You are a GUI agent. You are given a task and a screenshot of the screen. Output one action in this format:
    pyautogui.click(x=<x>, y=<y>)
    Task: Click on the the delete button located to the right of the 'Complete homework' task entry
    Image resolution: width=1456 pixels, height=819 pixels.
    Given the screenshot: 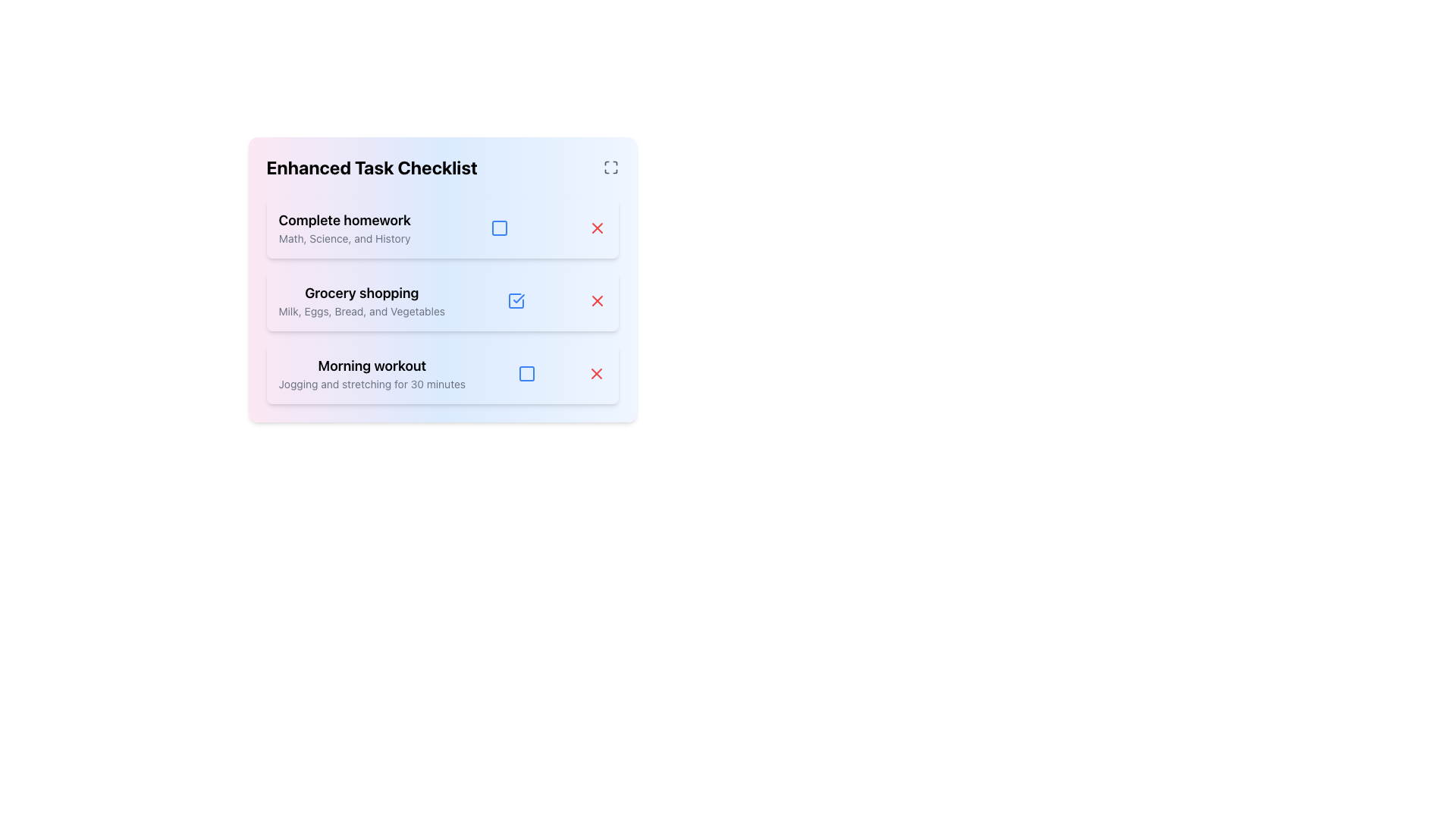 What is the action you would take?
    pyautogui.click(x=596, y=227)
    